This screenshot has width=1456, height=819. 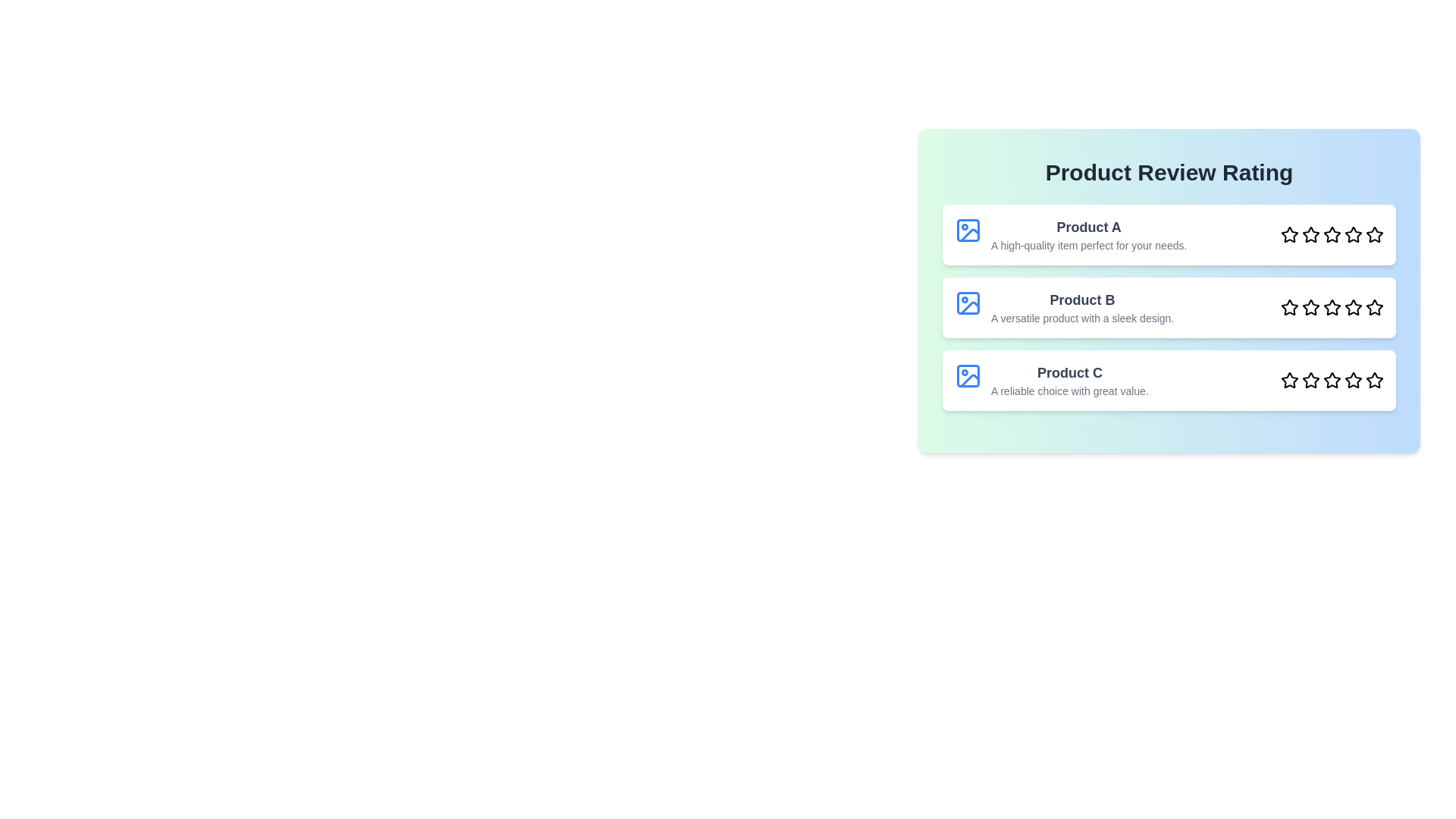 I want to click on the image of Product A, so click(x=967, y=231).